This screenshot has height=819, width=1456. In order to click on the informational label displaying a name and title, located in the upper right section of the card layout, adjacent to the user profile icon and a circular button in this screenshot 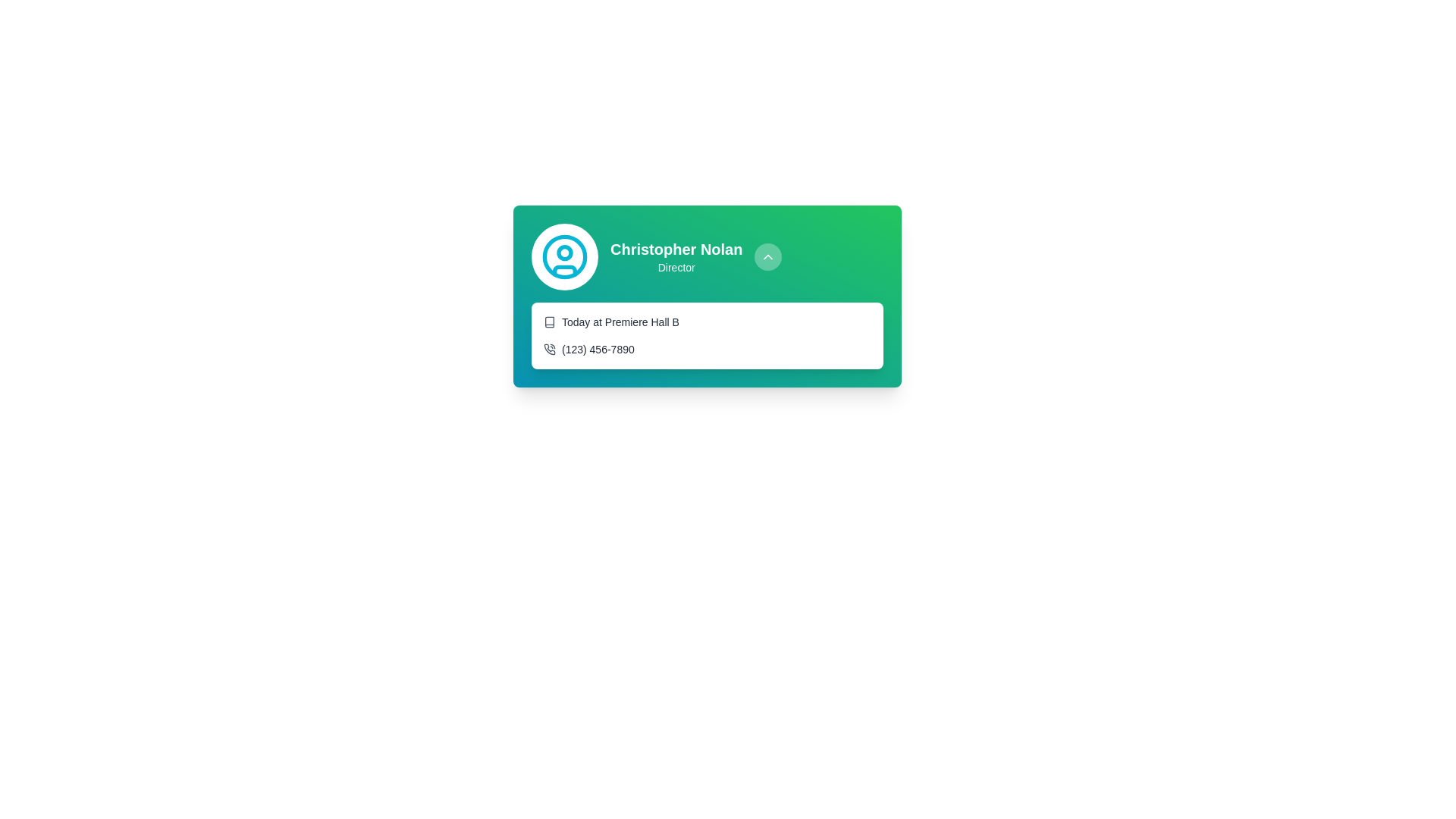, I will do `click(676, 256)`.